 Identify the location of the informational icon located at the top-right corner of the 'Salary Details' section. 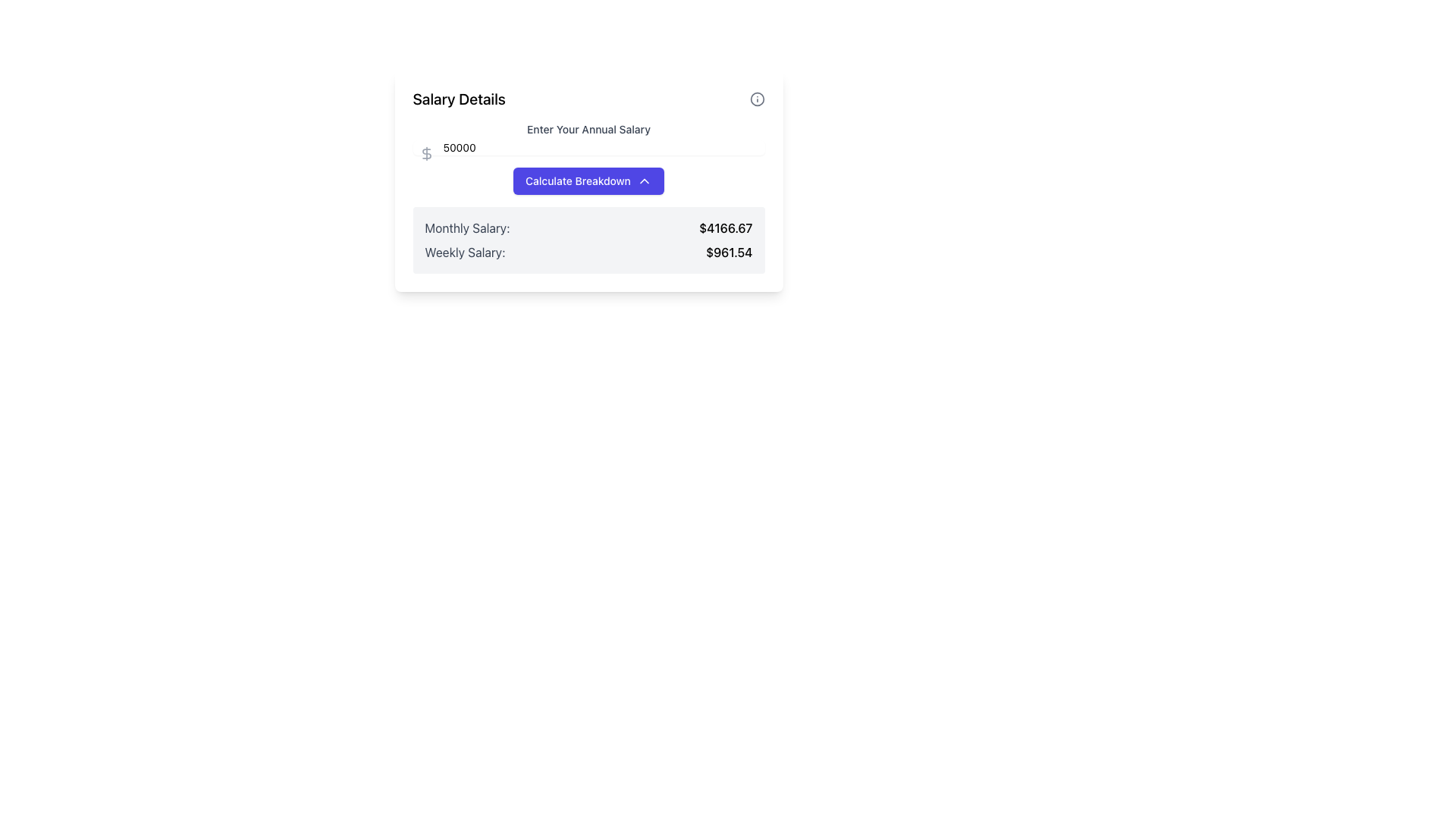
(757, 99).